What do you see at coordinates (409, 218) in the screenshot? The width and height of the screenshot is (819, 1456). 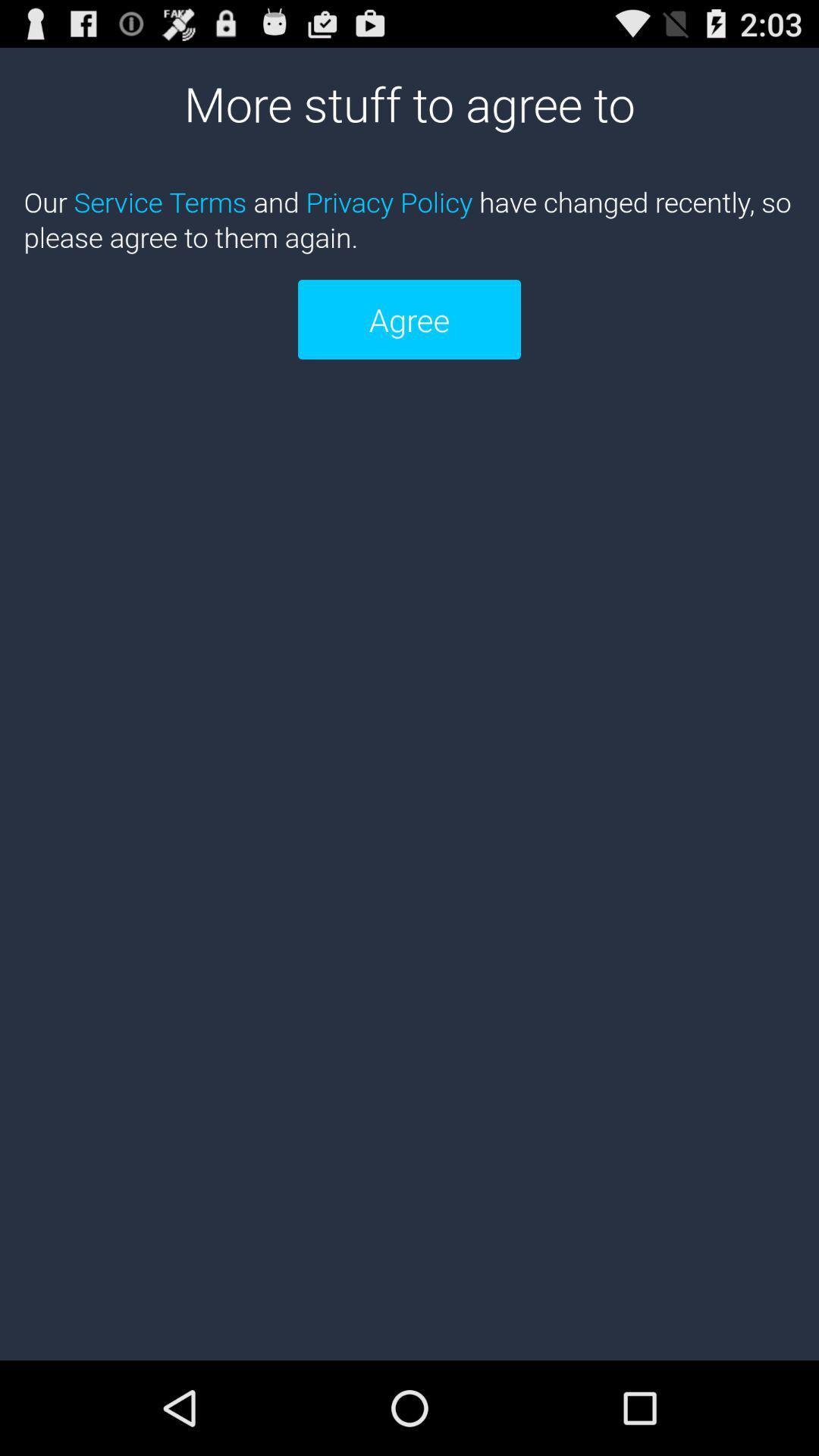 I see `item above agree` at bounding box center [409, 218].